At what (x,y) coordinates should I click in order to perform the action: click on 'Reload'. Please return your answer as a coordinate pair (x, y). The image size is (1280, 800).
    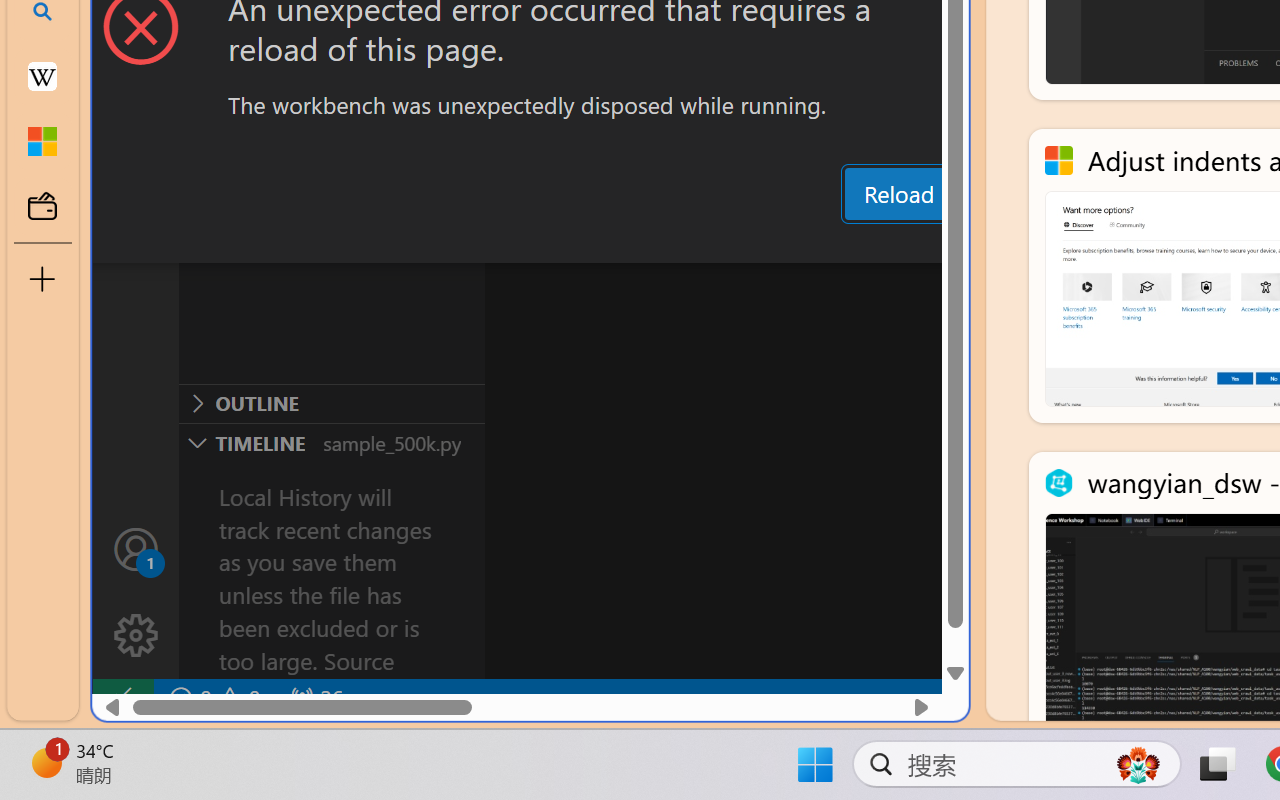
    Looking at the image, I should click on (897, 192).